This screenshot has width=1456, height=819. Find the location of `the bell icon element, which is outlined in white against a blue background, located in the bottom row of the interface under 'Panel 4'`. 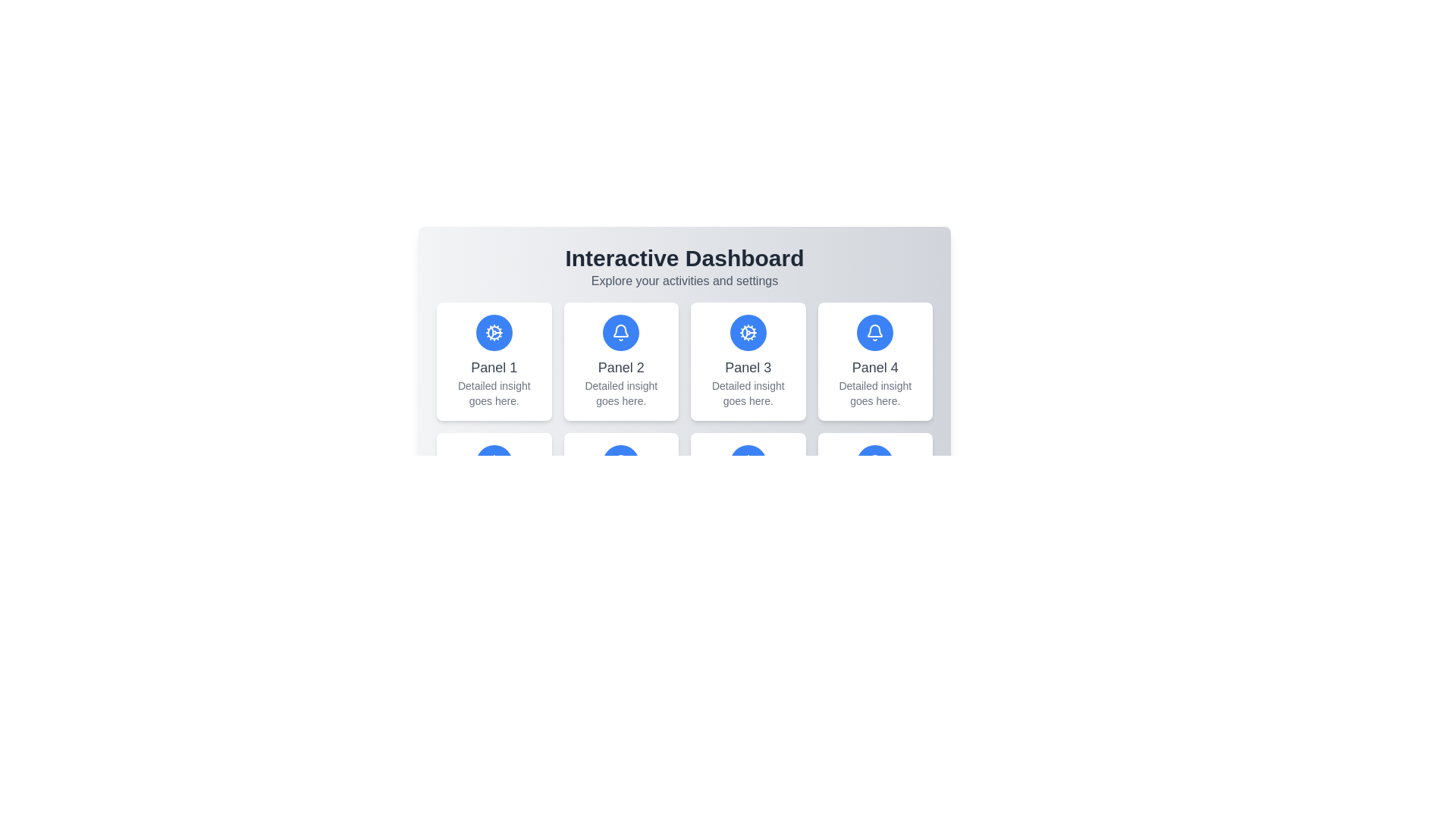

the bell icon element, which is outlined in white against a blue background, located in the bottom row of the interface under 'Panel 4' is located at coordinates (875, 462).